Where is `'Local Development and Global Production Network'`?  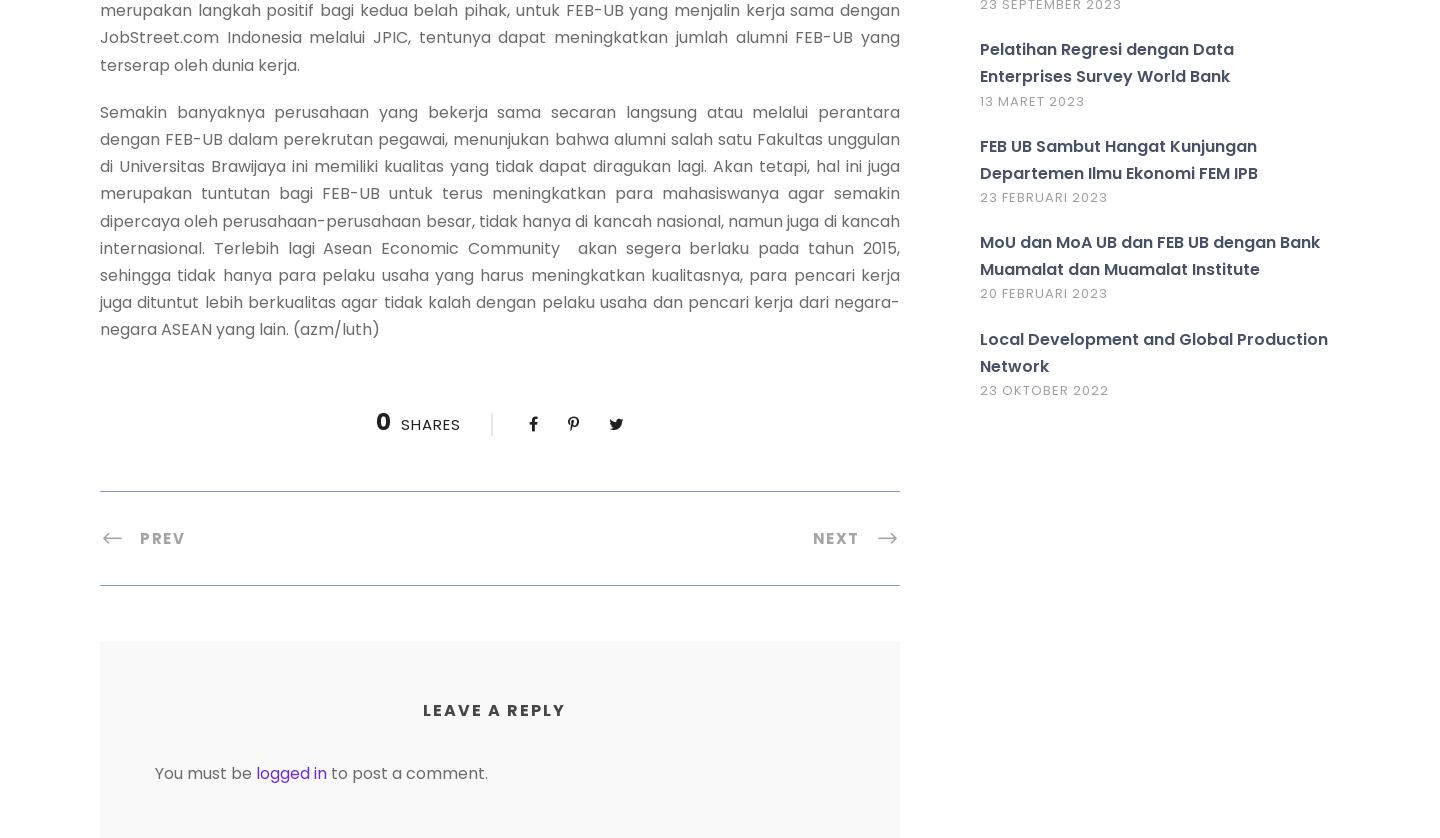
'Local Development and Global Production Network' is located at coordinates (1154, 350).